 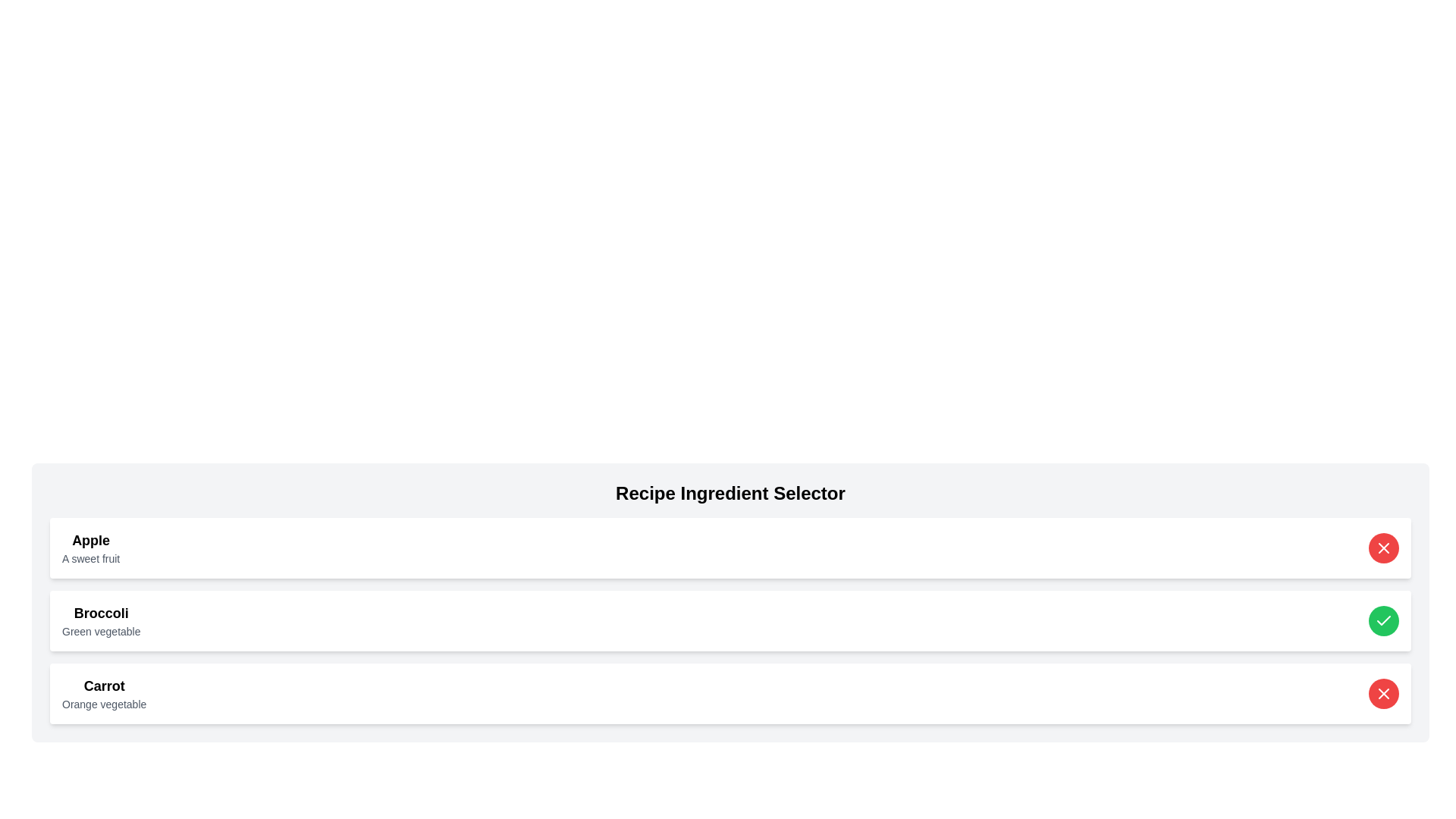 I want to click on the 'Carrot' ingredient information text, which is the third item in the 'Recipe Ingredient Selector' list, positioned below 'Broccoli: Green vegetable', so click(x=103, y=693).